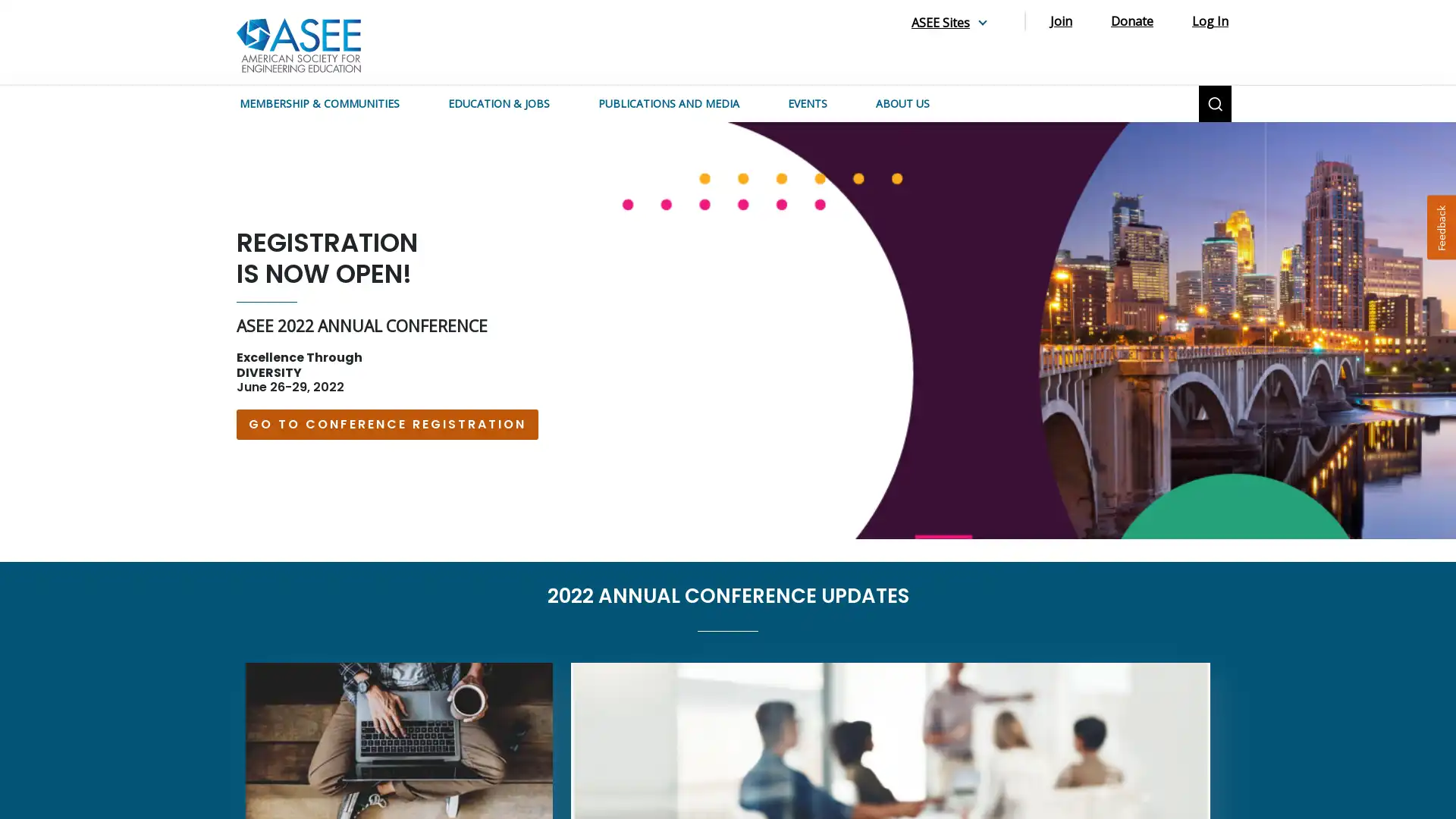  Describe the element at coordinates (387, 424) in the screenshot. I see `GO TO CONFERENCE REGISTRATION` at that location.